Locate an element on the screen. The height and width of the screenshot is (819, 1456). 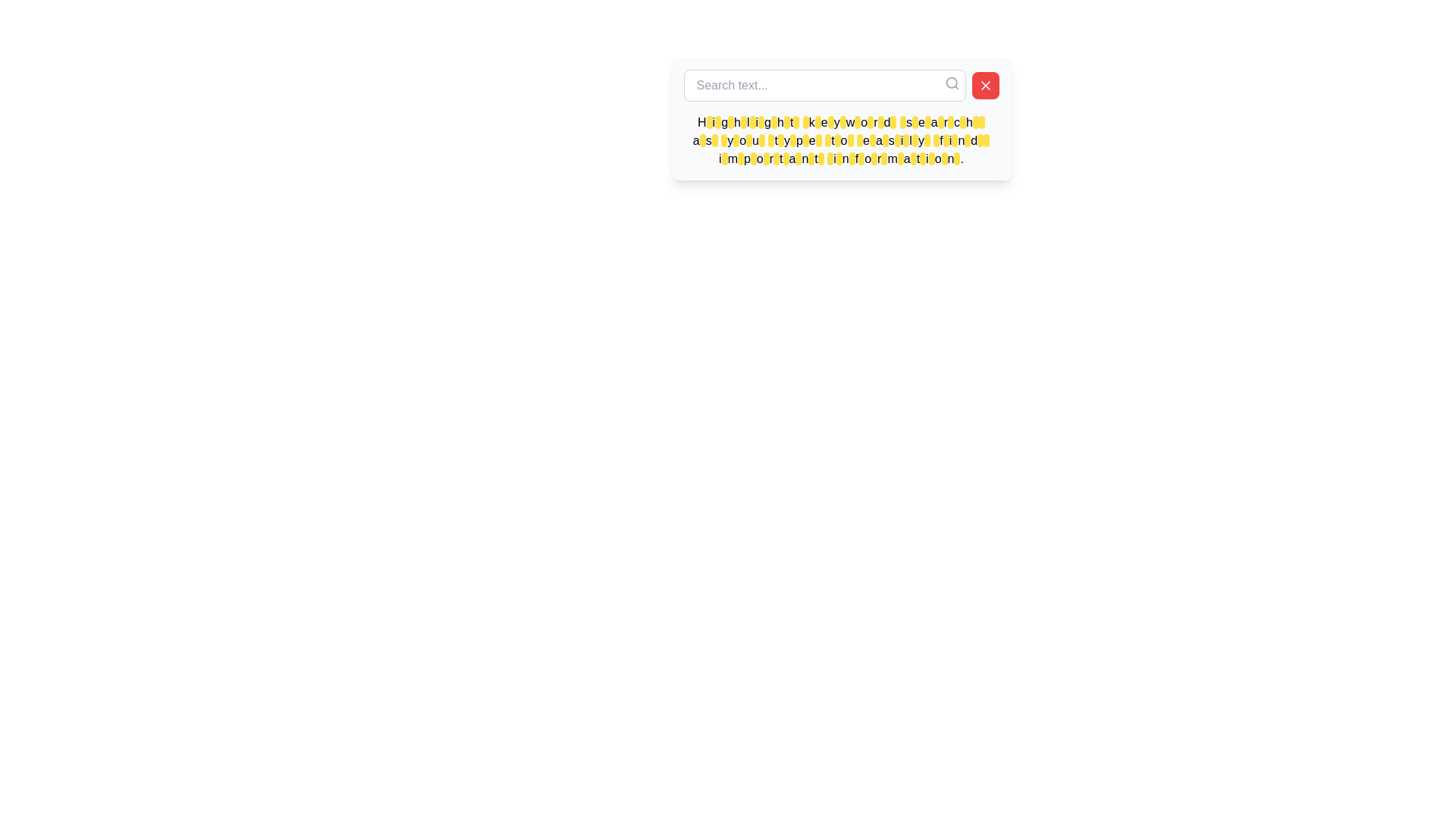
the 16th highlighted segment in the pop-up interface that emphasizes important phrases is located at coordinates (880, 121).